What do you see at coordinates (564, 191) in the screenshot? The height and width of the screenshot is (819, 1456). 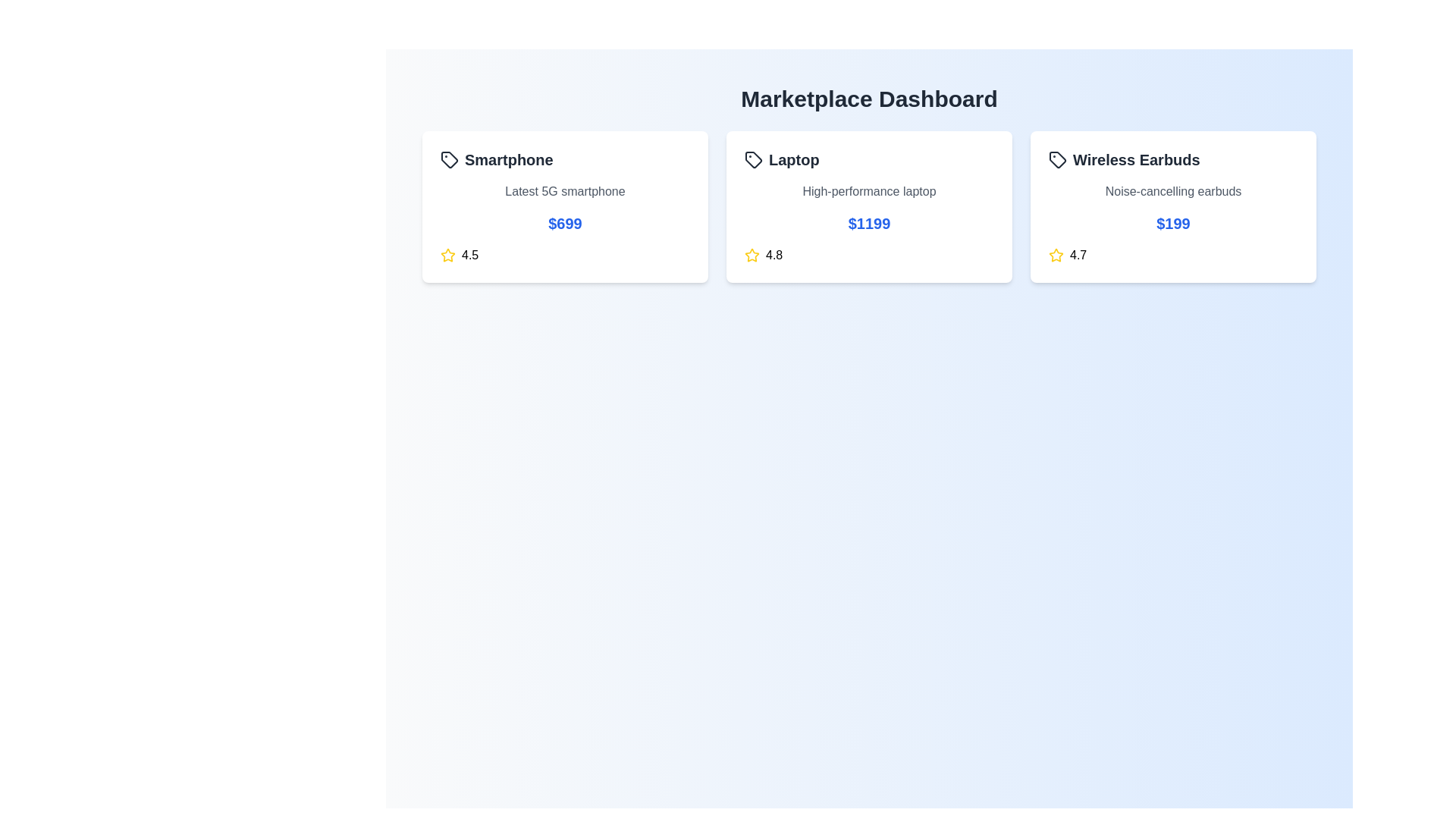 I see `Text label that provides additional information about the 5G capability of the smartphone, positioned beneath the title 'Smartphone' and above the price label` at bounding box center [564, 191].